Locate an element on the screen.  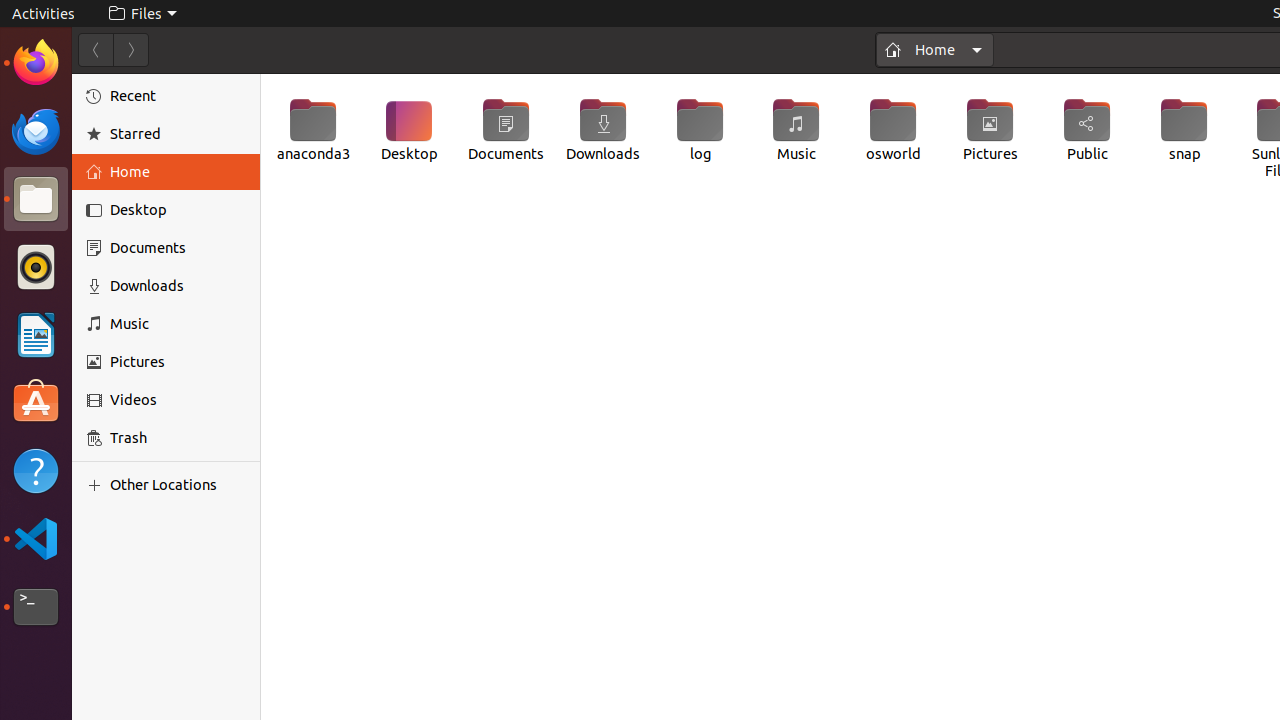
'Documents' is located at coordinates (505, 130).